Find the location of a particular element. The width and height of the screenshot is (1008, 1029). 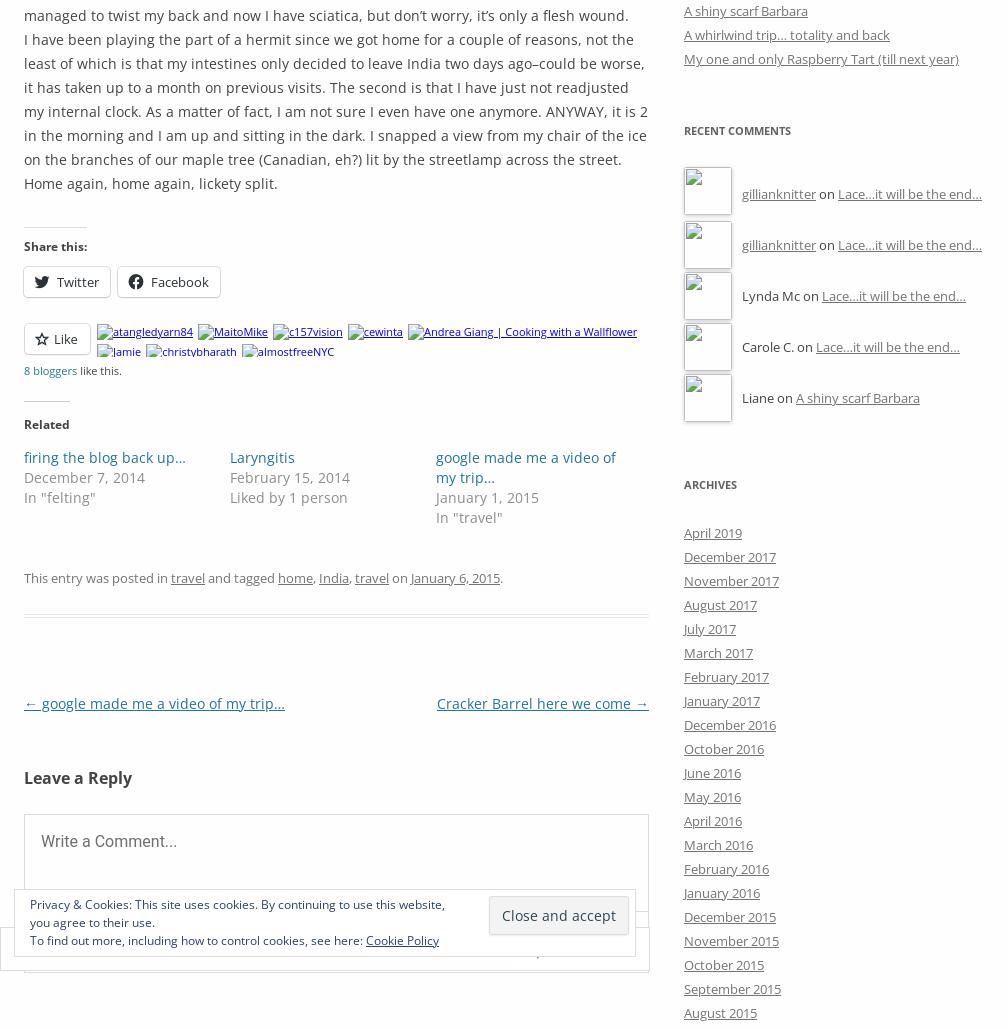

'November 2017' is located at coordinates (684, 579).